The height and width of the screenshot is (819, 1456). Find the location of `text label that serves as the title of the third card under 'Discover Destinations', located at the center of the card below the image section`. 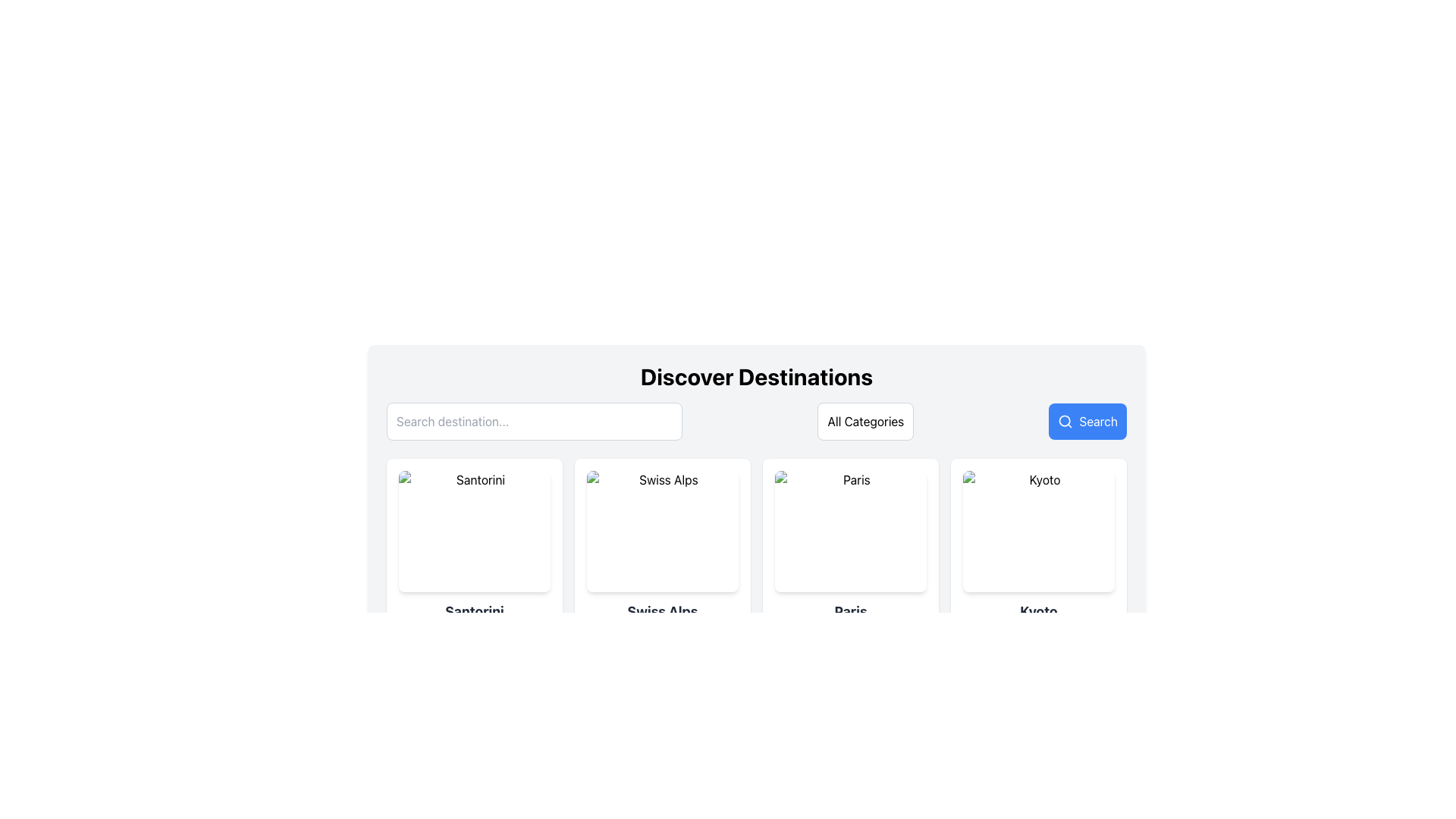

text label that serves as the title of the third card under 'Discover Destinations', located at the center of the card below the image section is located at coordinates (851, 610).